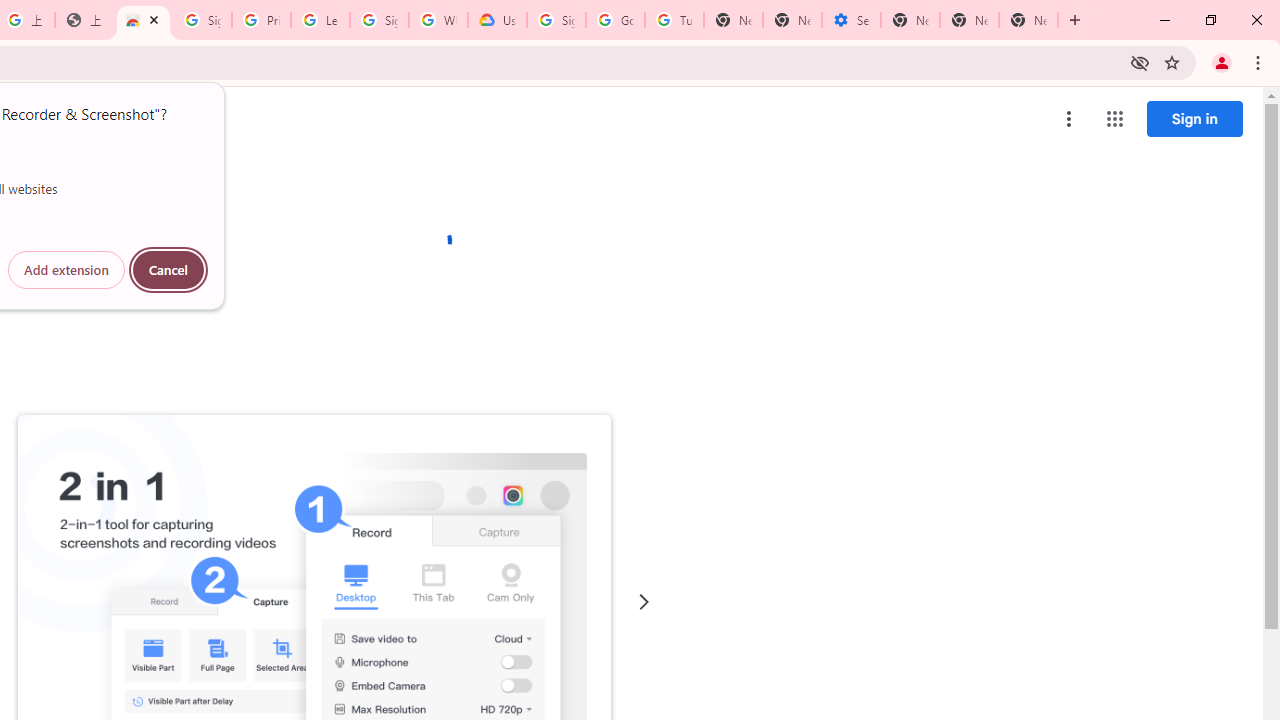  I want to click on 'Awesome Screen Recorder & Screenshot - Chrome Web Store', so click(142, 20).